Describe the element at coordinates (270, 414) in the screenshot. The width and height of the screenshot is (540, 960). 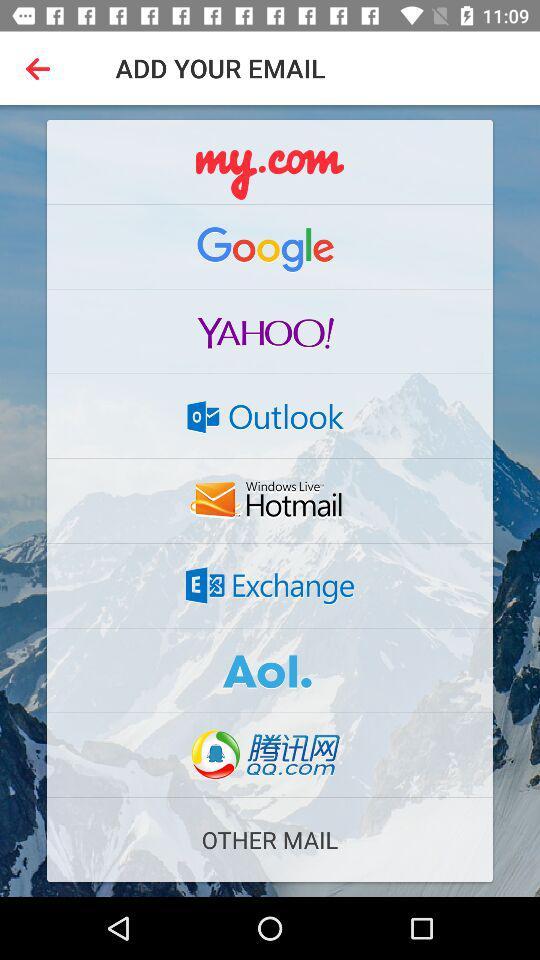
I see `the outlook logo on the web page` at that location.